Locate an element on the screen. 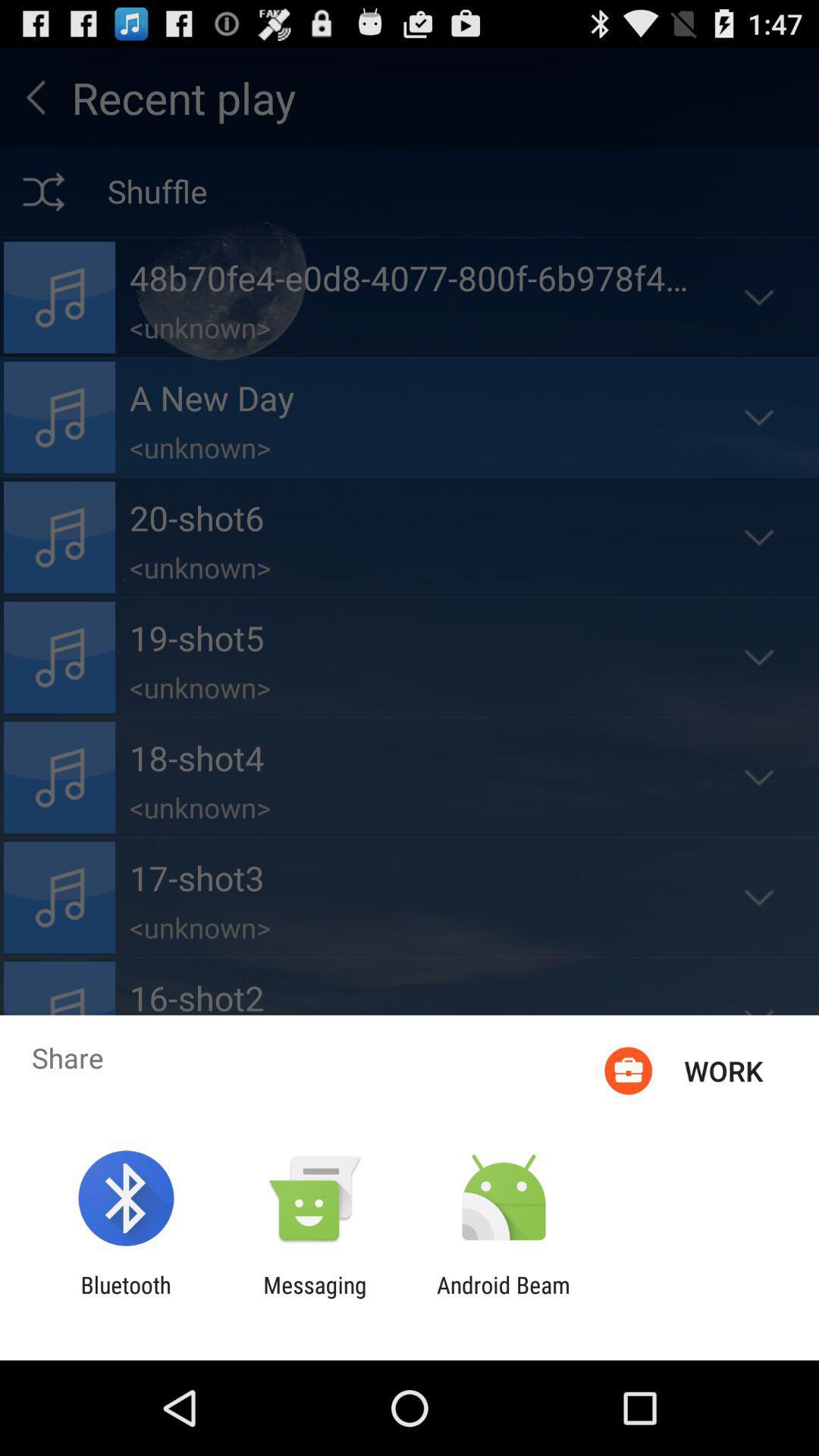 The width and height of the screenshot is (819, 1456). item to the right of the bluetooth app is located at coordinates (314, 1298).